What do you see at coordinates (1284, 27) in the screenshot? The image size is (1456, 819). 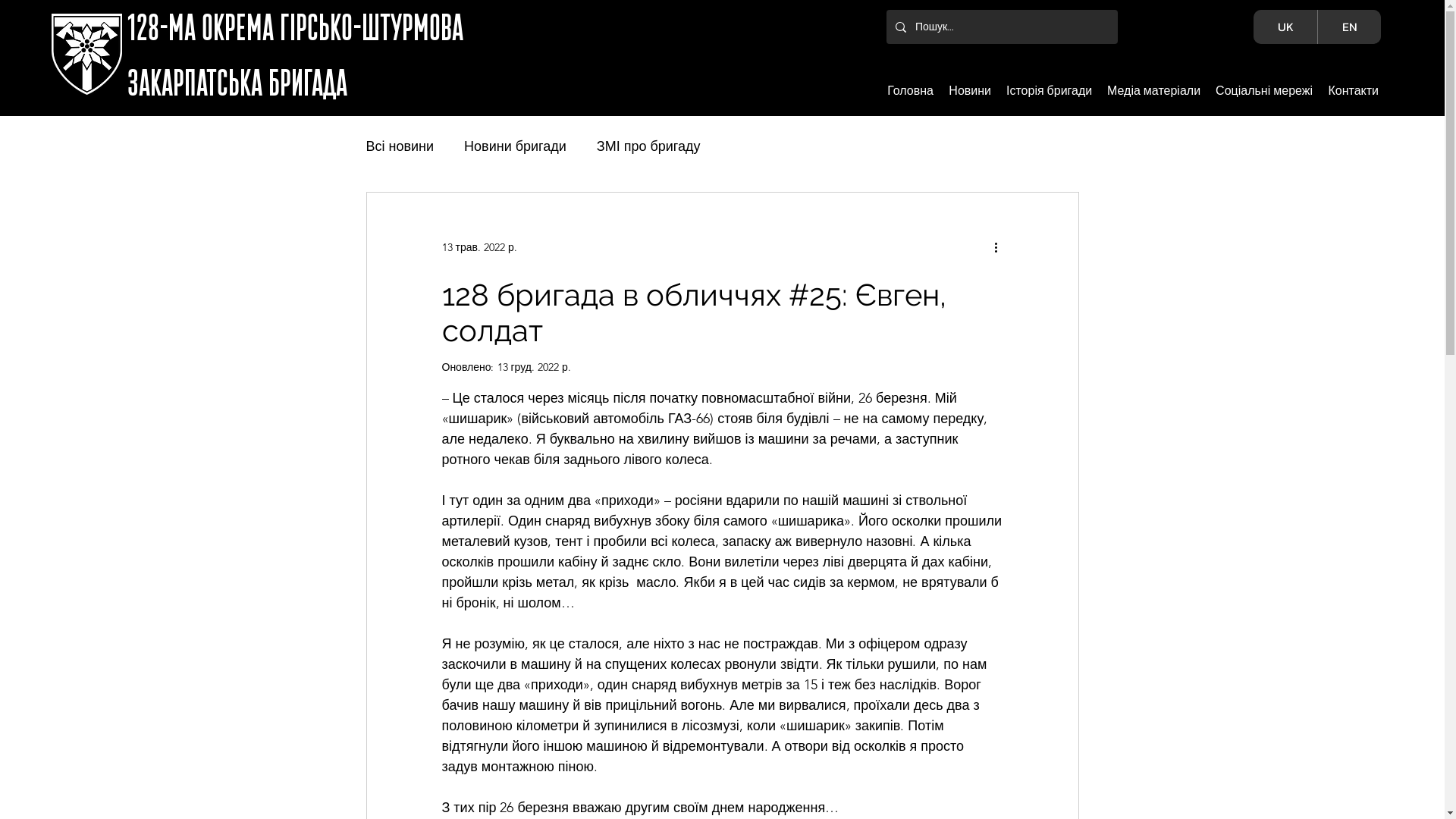 I see `'UK'` at bounding box center [1284, 27].